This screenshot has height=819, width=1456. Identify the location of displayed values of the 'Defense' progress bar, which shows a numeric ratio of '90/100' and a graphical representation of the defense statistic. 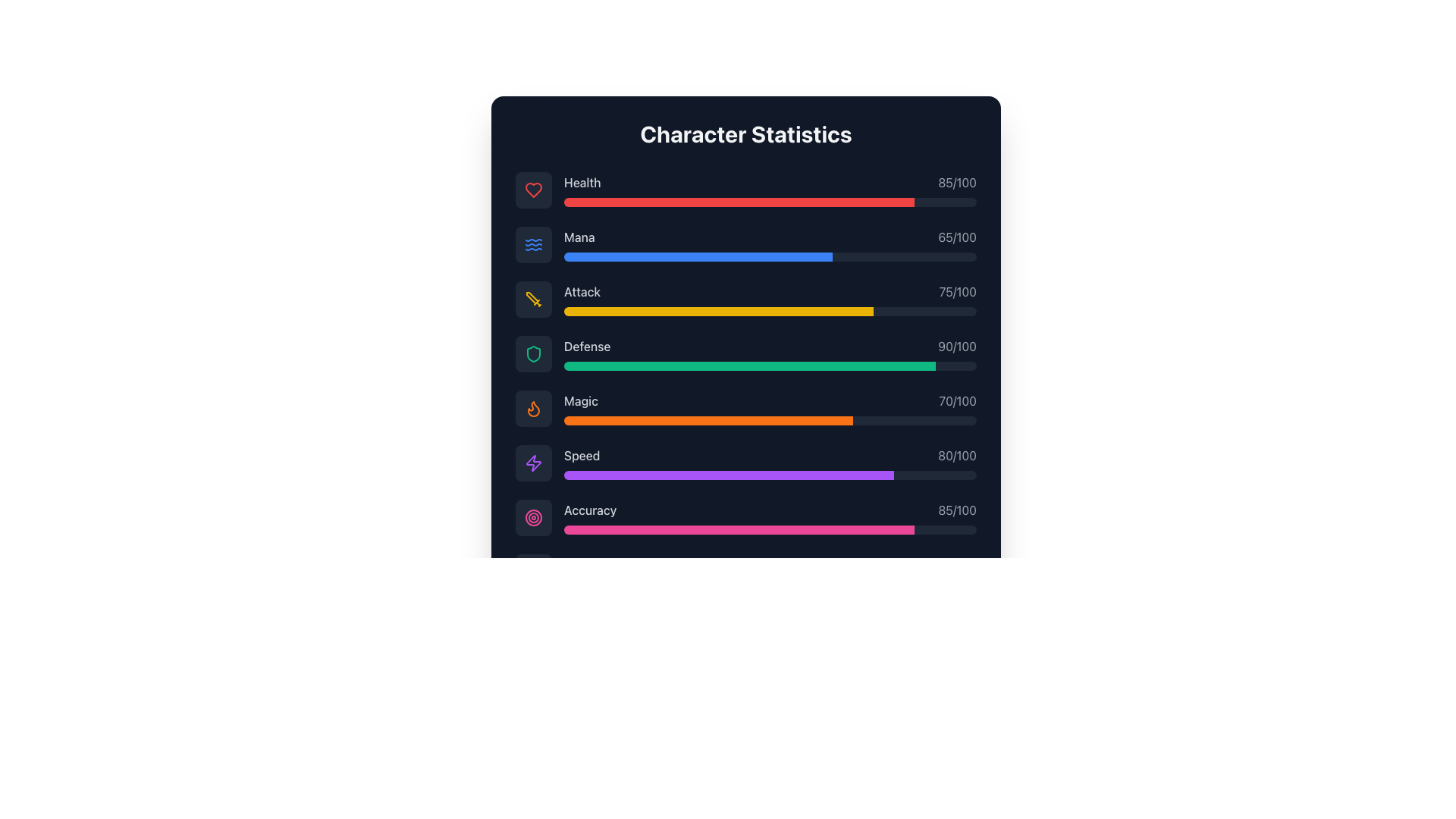
(770, 353).